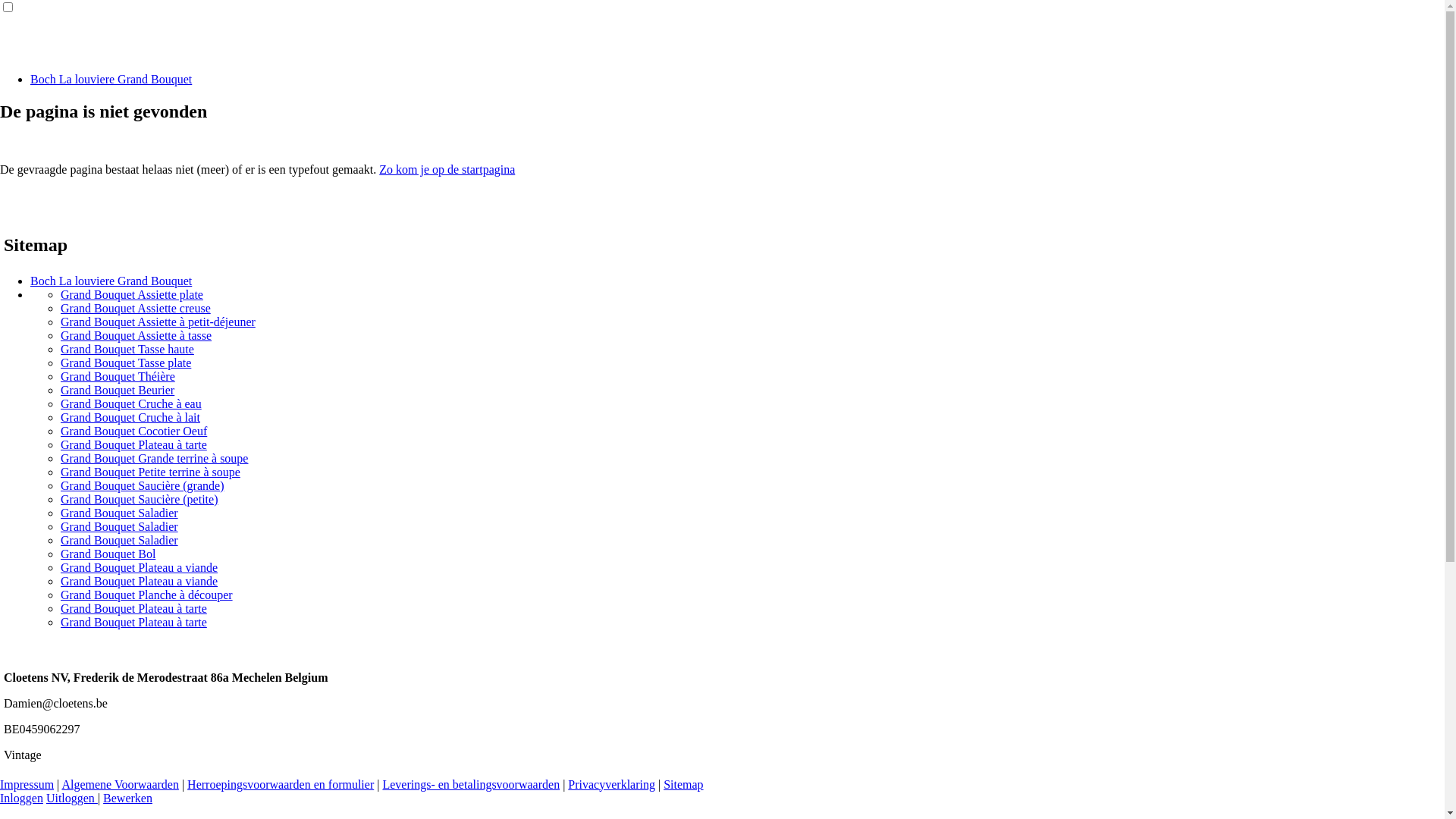 The height and width of the screenshot is (819, 1456). I want to click on 'Sitemap', so click(682, 784).